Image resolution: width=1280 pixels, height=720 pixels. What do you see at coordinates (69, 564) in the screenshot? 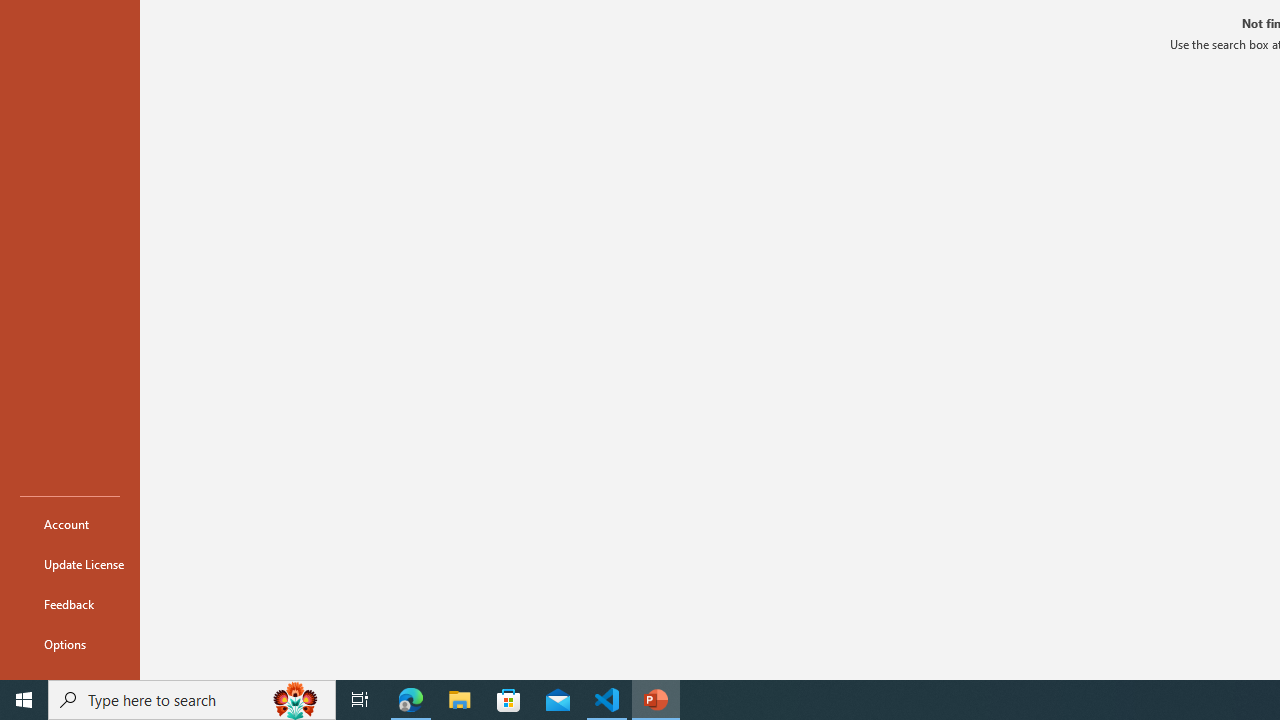
I see `'Update License'` at bounding box center [69, 564].